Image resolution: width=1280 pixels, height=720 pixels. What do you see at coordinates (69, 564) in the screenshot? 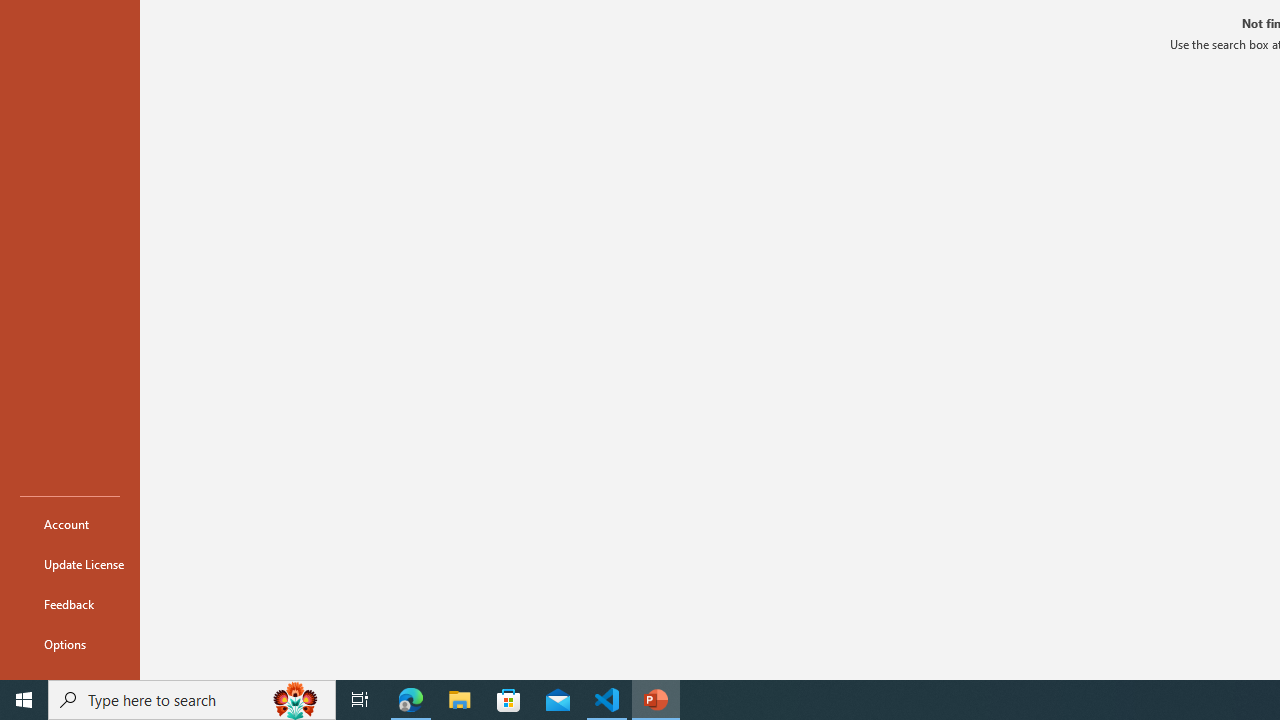
I see `'Update License'` at bounding box center [69, 564].